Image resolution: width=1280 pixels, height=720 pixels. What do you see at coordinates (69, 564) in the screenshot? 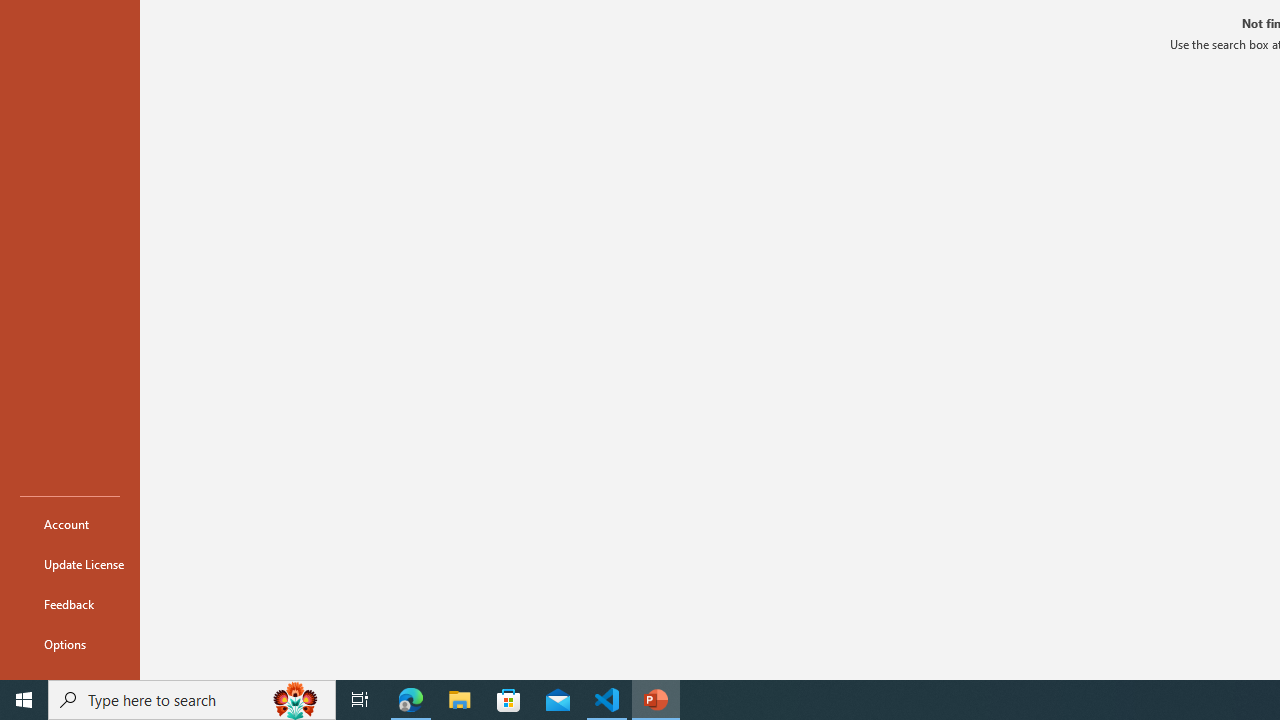
I see `'Update License'` at bounding box center [69, 564].